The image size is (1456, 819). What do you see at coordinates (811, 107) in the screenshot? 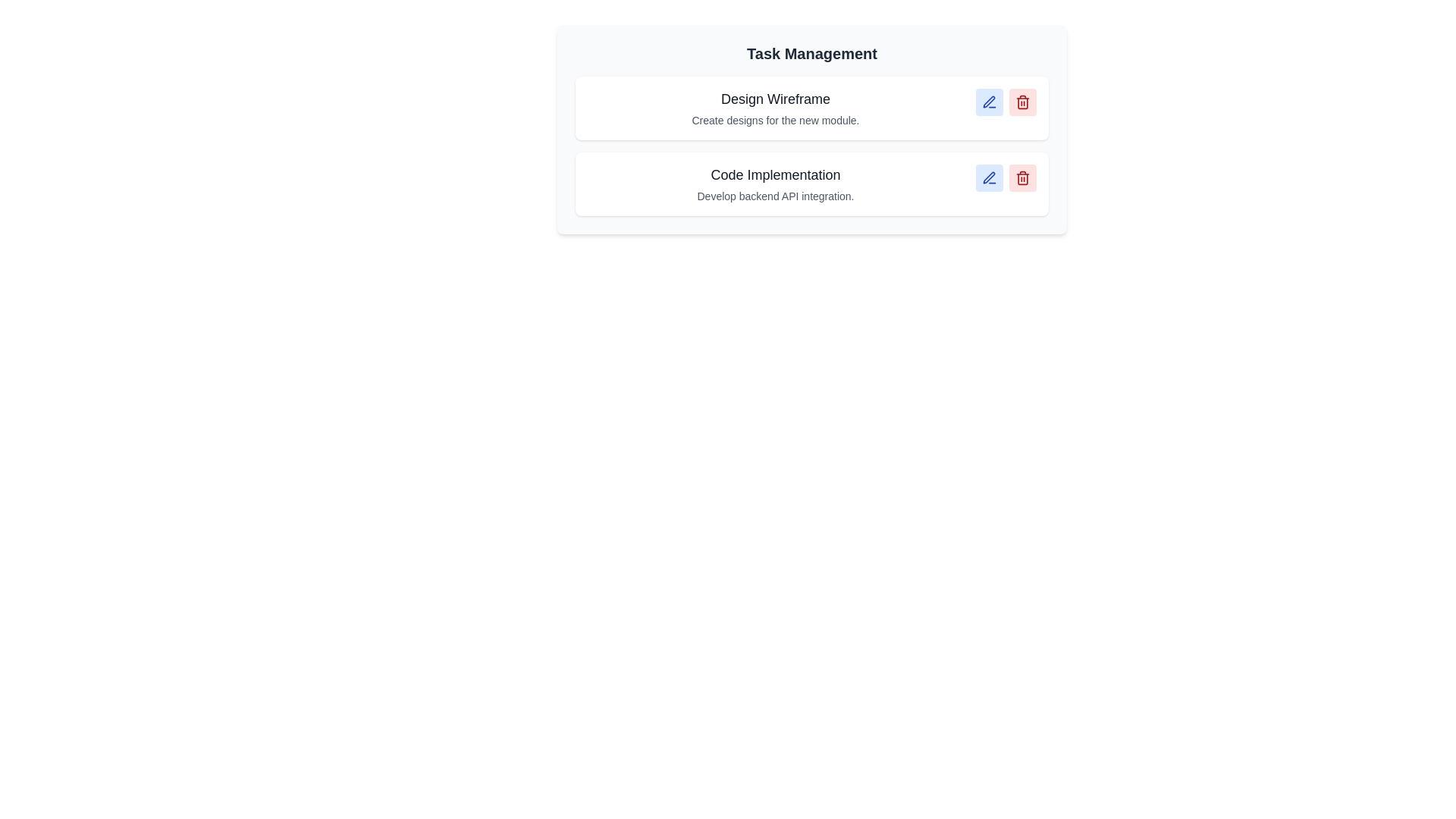
I see `the task item to highlight it` at bounding box center [811, 107].